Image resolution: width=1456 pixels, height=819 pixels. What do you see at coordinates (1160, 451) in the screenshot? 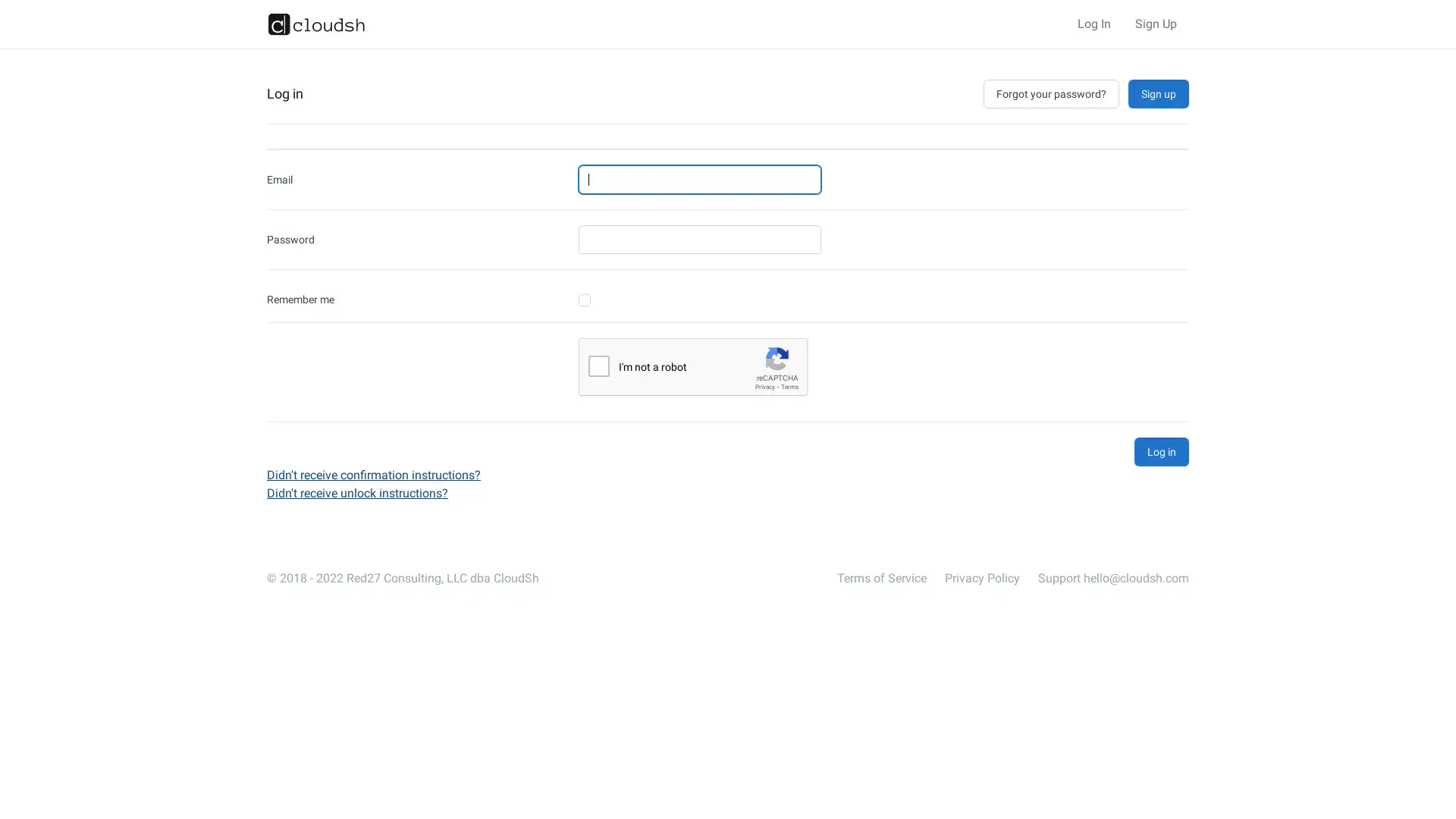
I see `Log in` at bounding box center [1160, 451].